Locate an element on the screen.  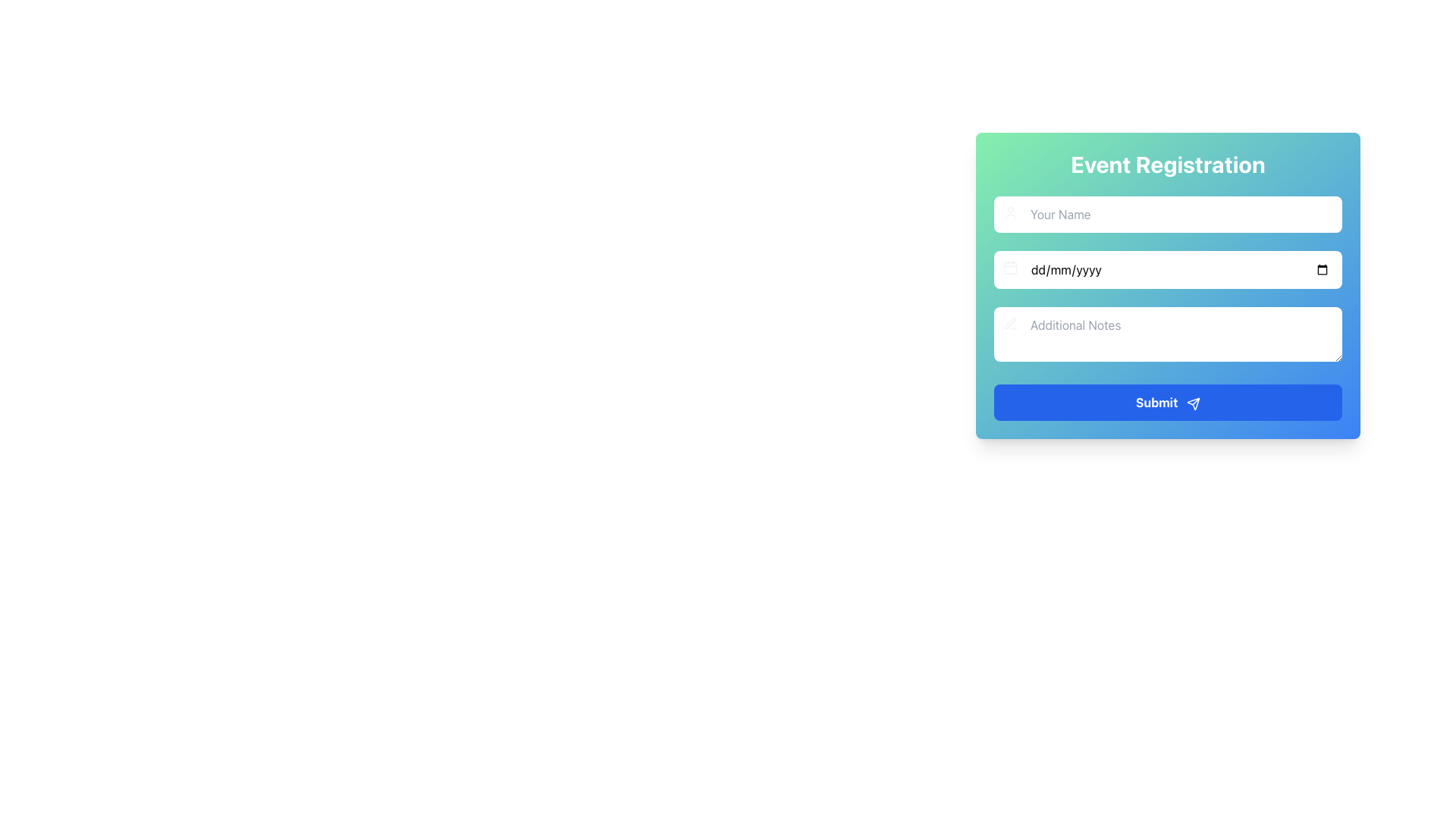
the stylized upward-right arrow icon within the 'Submit' button, which indicates a sending action is located at coordinates (1193, 403).